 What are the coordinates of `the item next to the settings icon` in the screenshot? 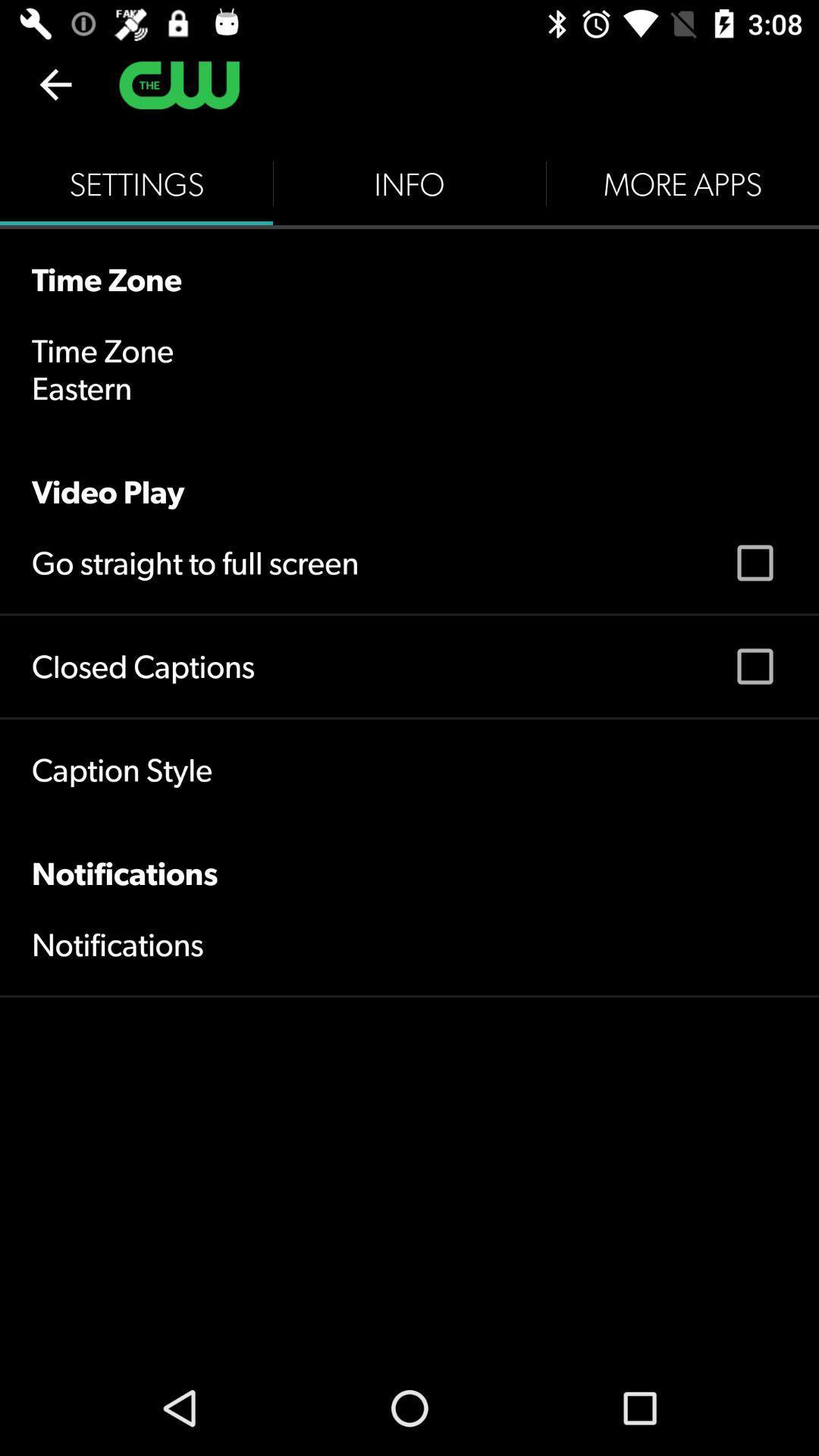 It's located at (409, 184).